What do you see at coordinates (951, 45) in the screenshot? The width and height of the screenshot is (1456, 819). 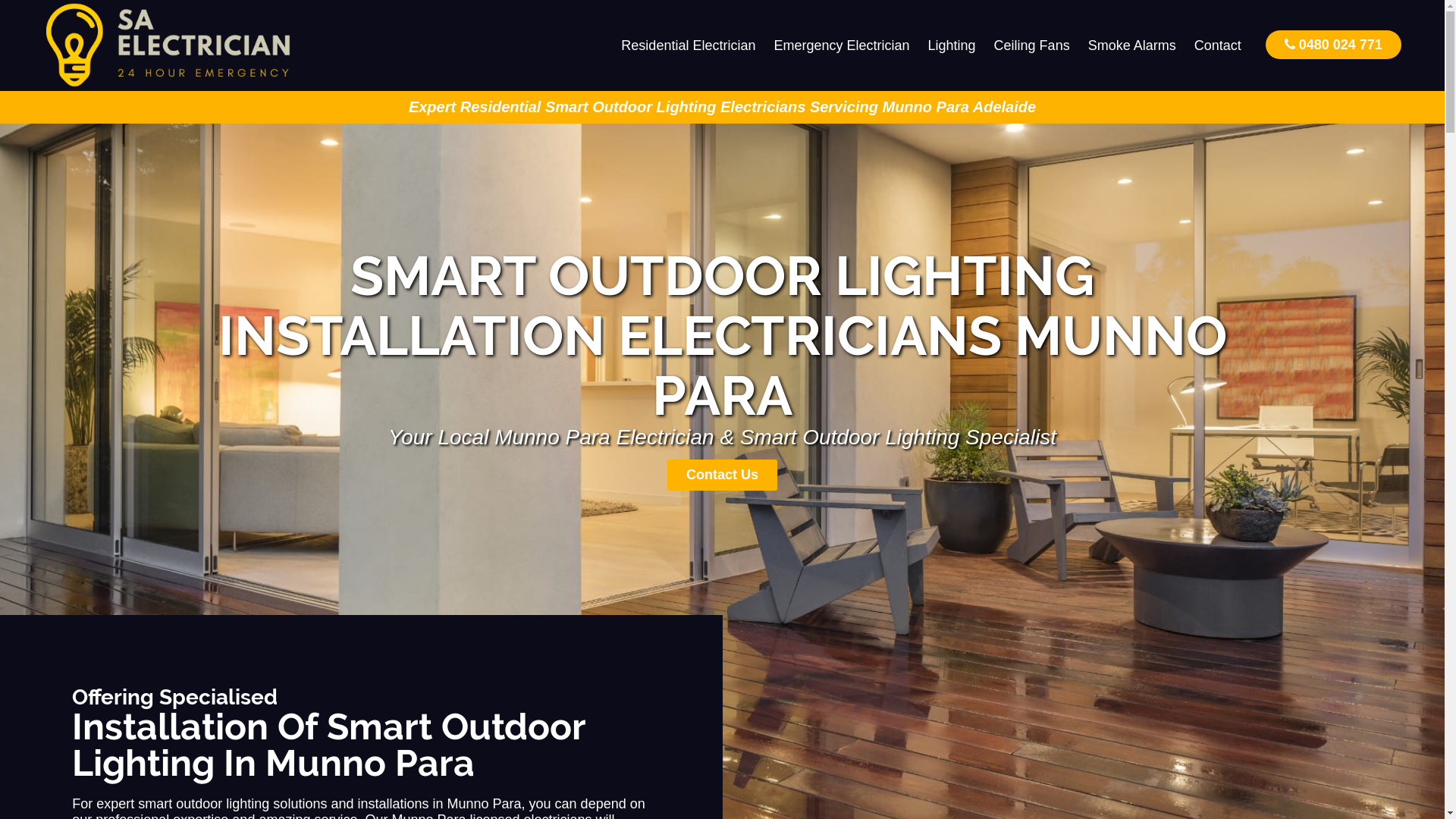 I see `'Lighting'` at bounding box center [951, 45].